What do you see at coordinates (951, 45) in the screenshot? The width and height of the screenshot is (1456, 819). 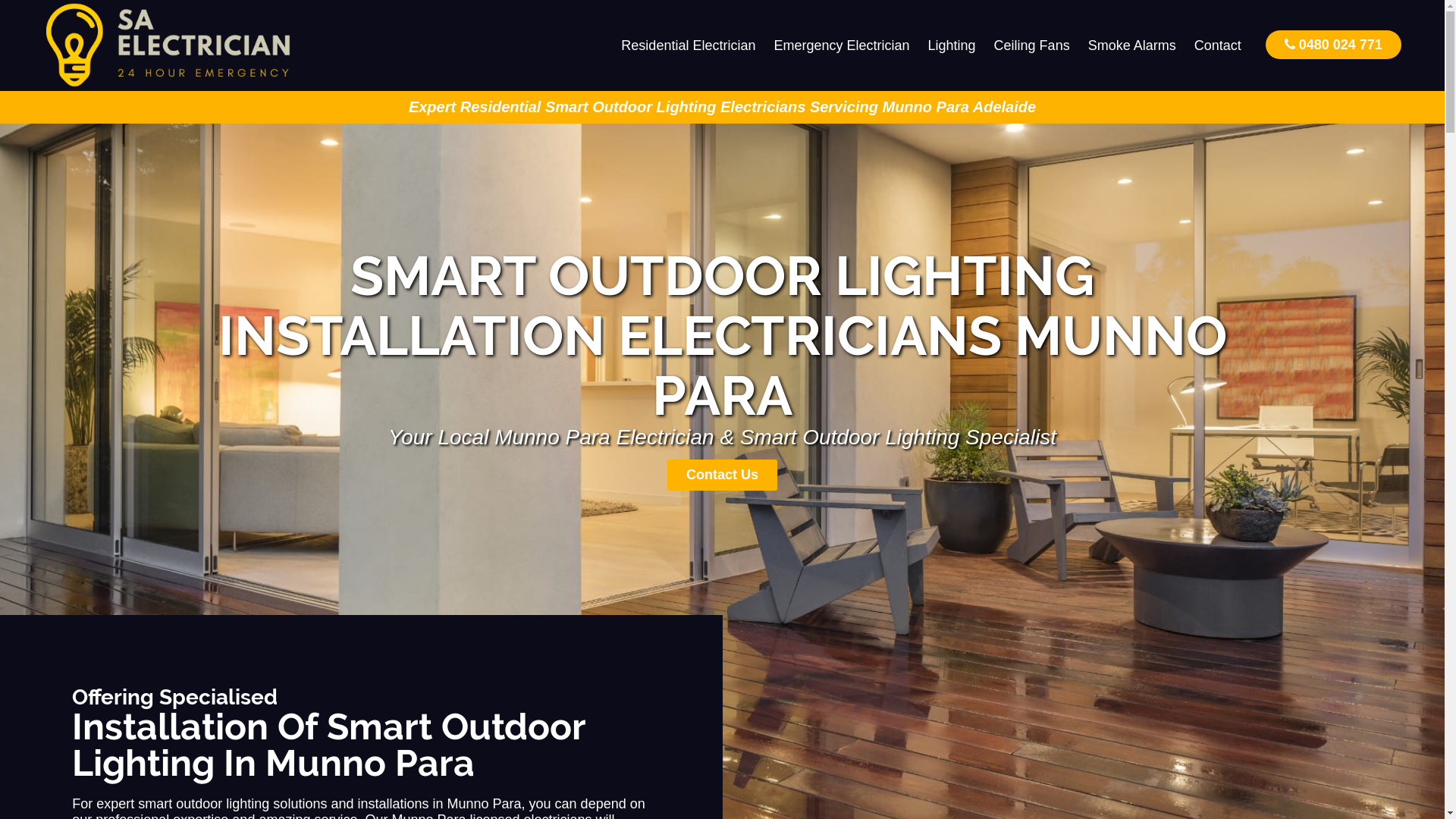 I see `'Lighting'` at bounding box center [951, 45].